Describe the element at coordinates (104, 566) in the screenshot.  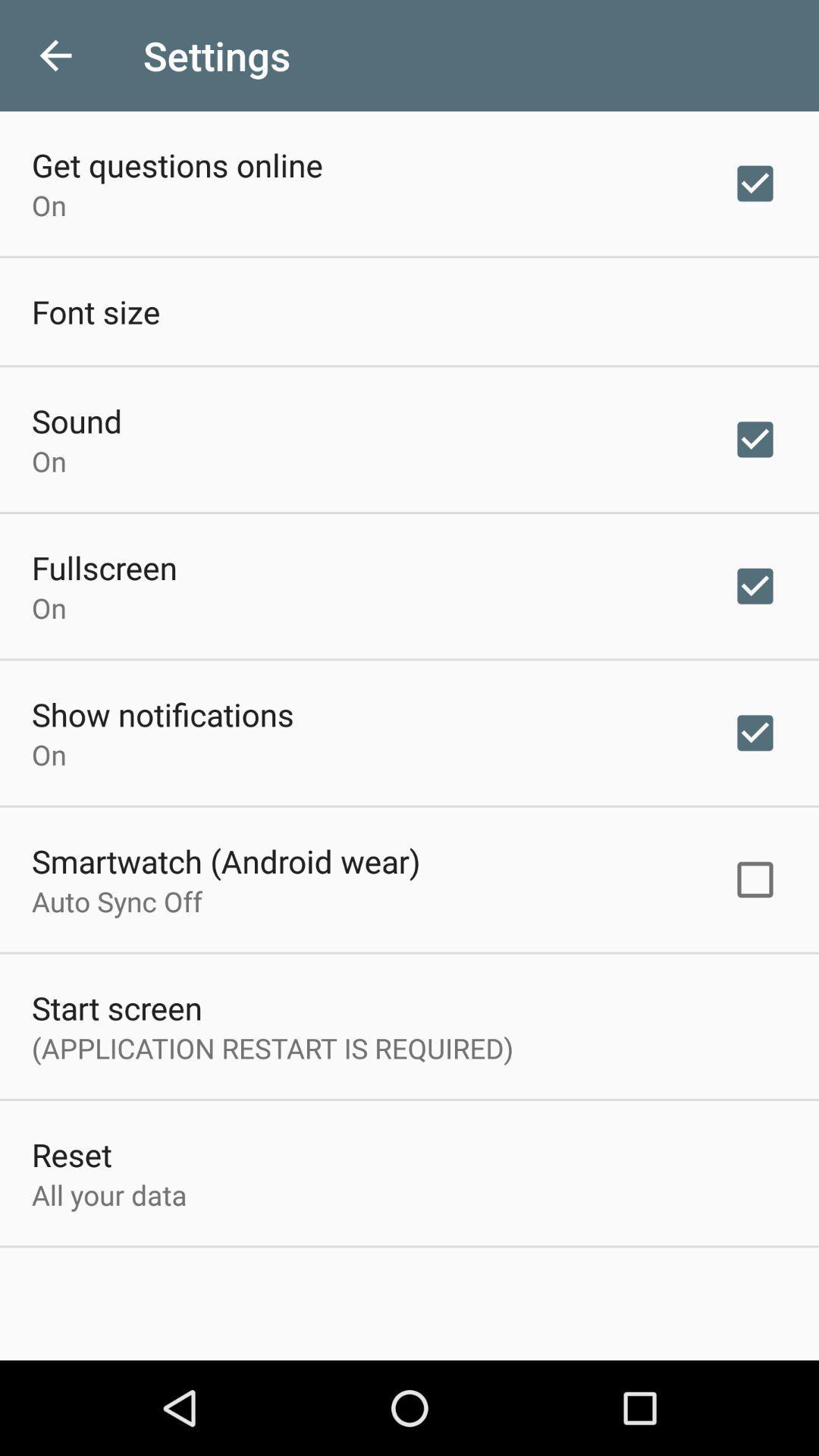
I see `item below on` at that location.